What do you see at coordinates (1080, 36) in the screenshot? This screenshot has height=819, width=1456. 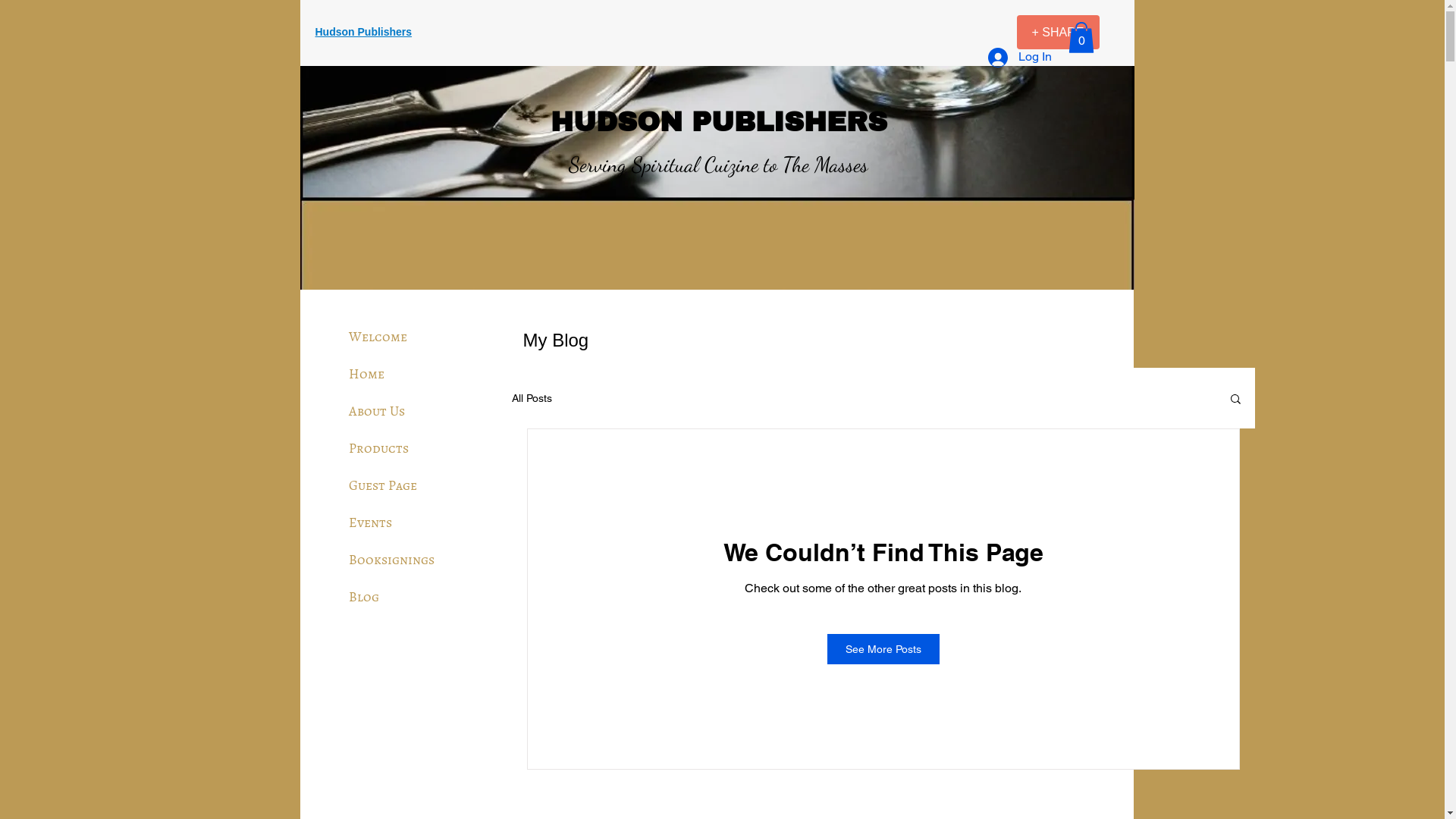 I see `'0'` at bounding box center [1080, 36].